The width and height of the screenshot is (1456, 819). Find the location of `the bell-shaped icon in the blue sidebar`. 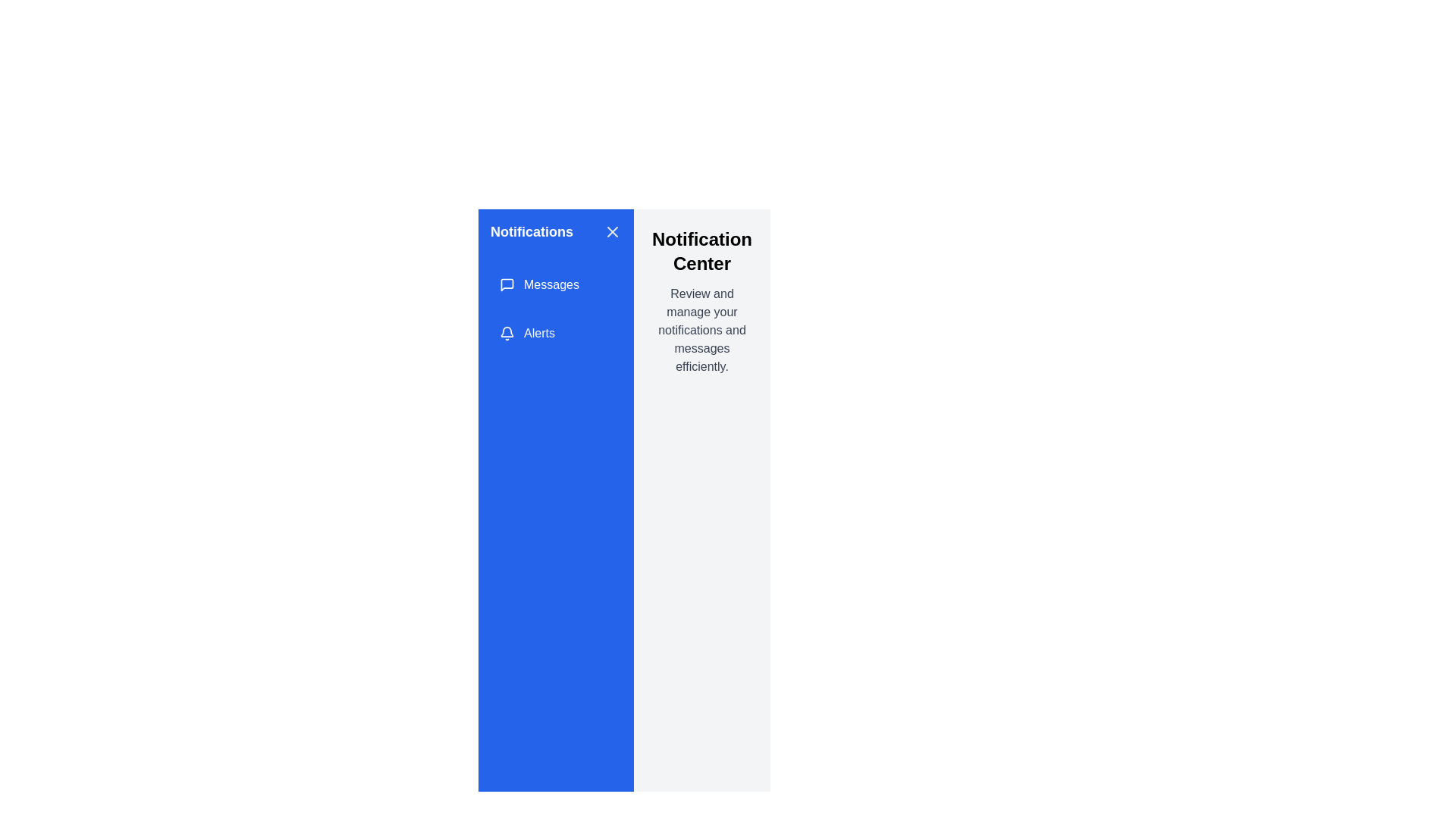

the bell-shaped icon in the blue sidebar is located at coordinates (507, 332).